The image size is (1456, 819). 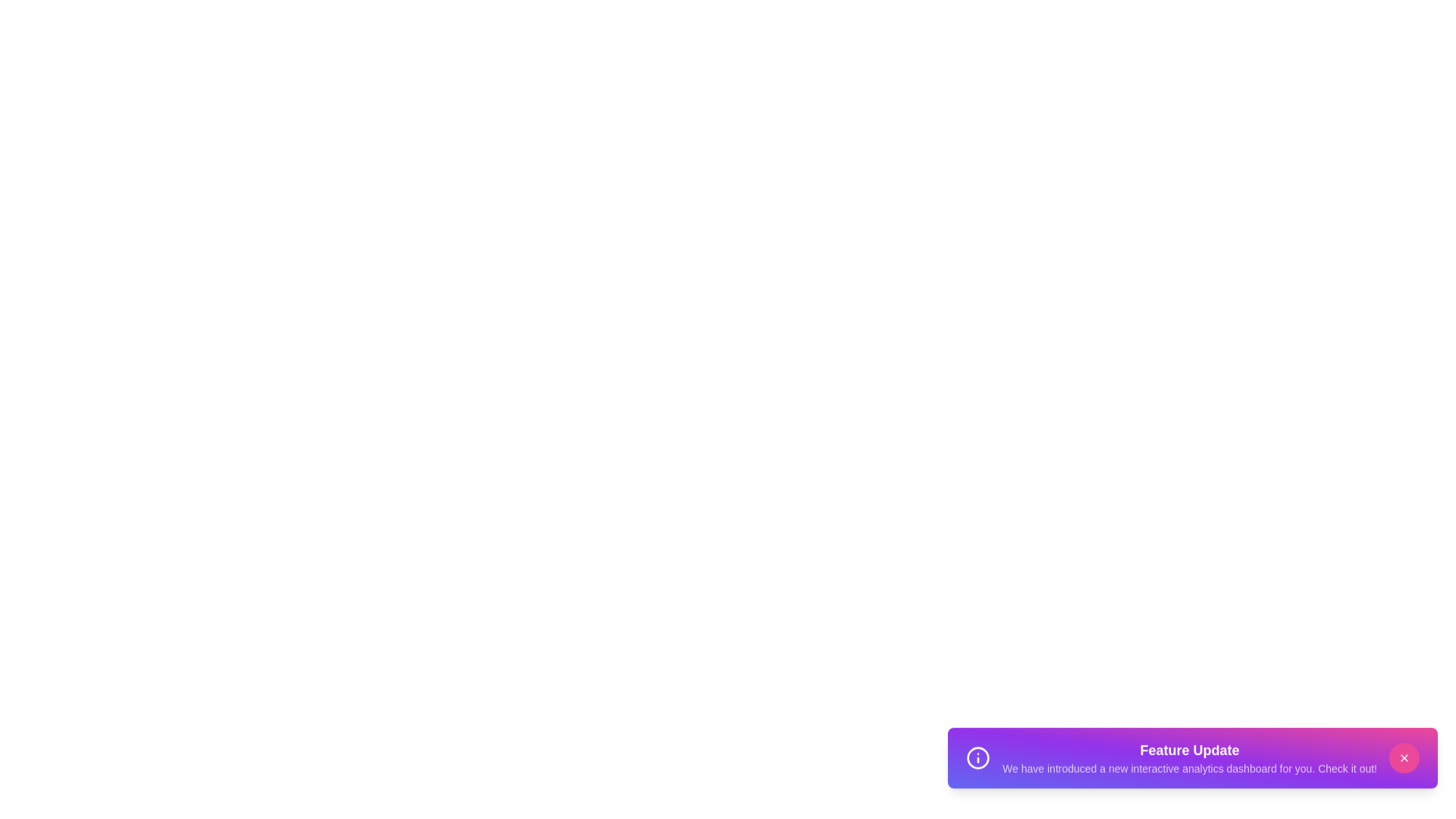 I want to click on the close button of the snackbar component to observe its hover effect, so click(x=1404, y=765).